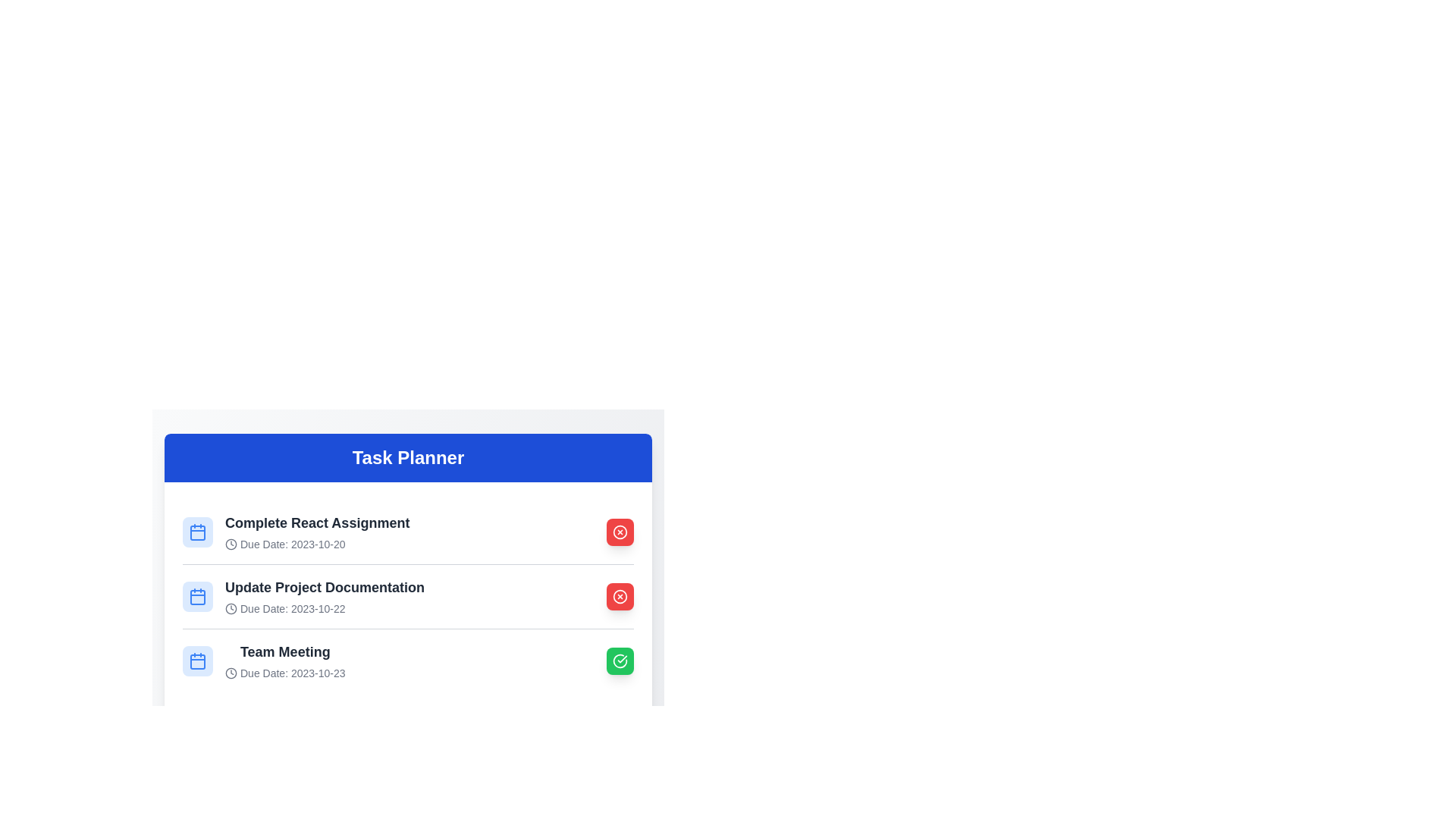 This screenshot has width=1456, height=819. What do you see at coordinates (324, 607) in the screenshot?
I see `the text label indicating the due date 'Due Date: 2023-10-22' that is part of the task 'Update Project Documentation' in the task list, which is visually accompanied by a clock icon` at bounding box center [324, 607].